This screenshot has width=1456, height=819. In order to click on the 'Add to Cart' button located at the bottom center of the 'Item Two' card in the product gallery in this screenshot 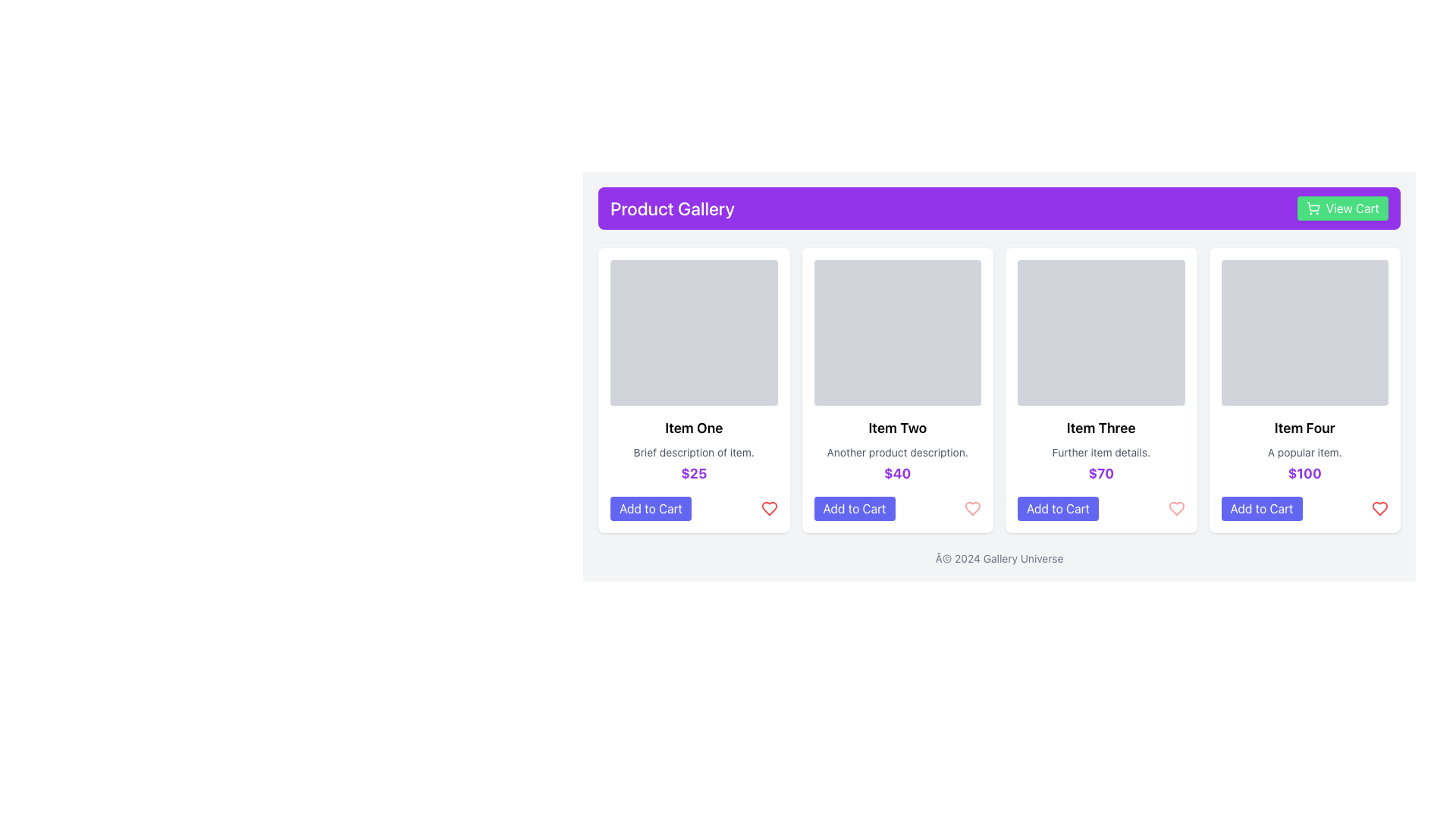, I will do `click(855, 509)`.